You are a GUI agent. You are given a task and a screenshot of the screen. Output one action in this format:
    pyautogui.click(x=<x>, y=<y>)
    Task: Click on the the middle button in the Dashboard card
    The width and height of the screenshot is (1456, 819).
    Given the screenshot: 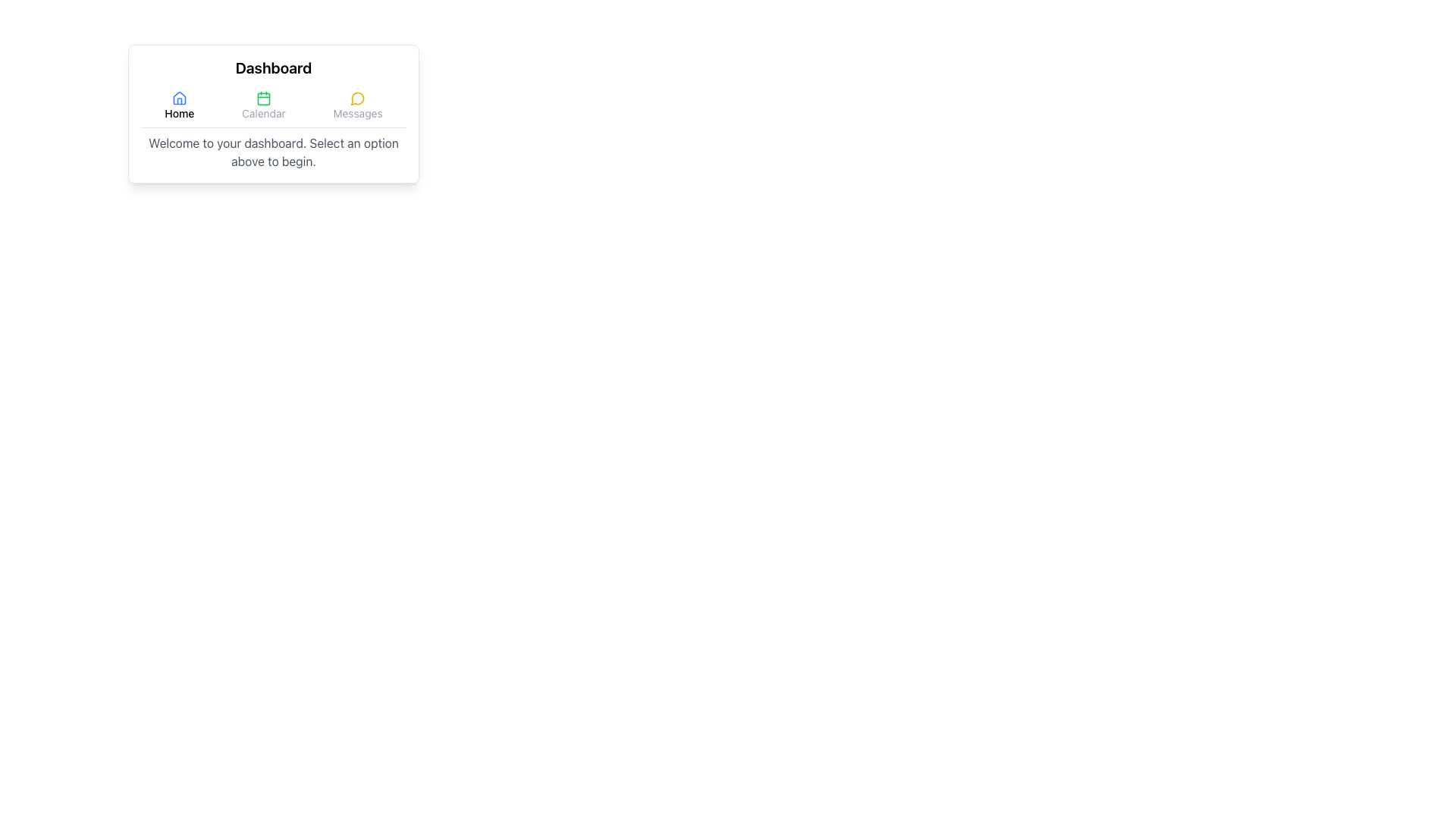 What is the action you would take?
    pyautogui.click(x=263, y=105)
    